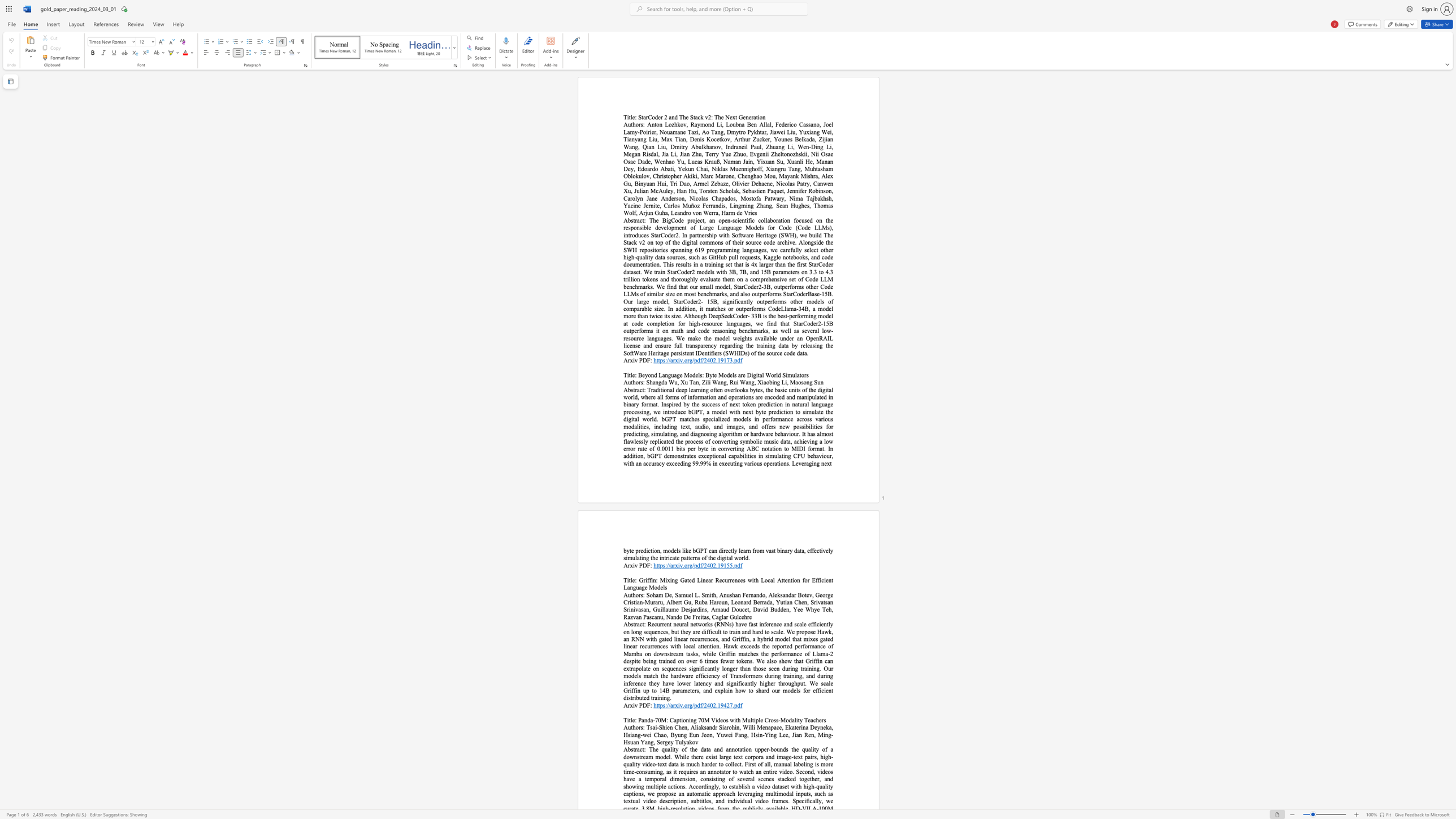 This screenshot has width=1456, height=819. What do you see at coordinates (637, 749) in the screenshot?
I see `the subset text "act:" within the text "Abstract:"` at bounding box center [637, 749].